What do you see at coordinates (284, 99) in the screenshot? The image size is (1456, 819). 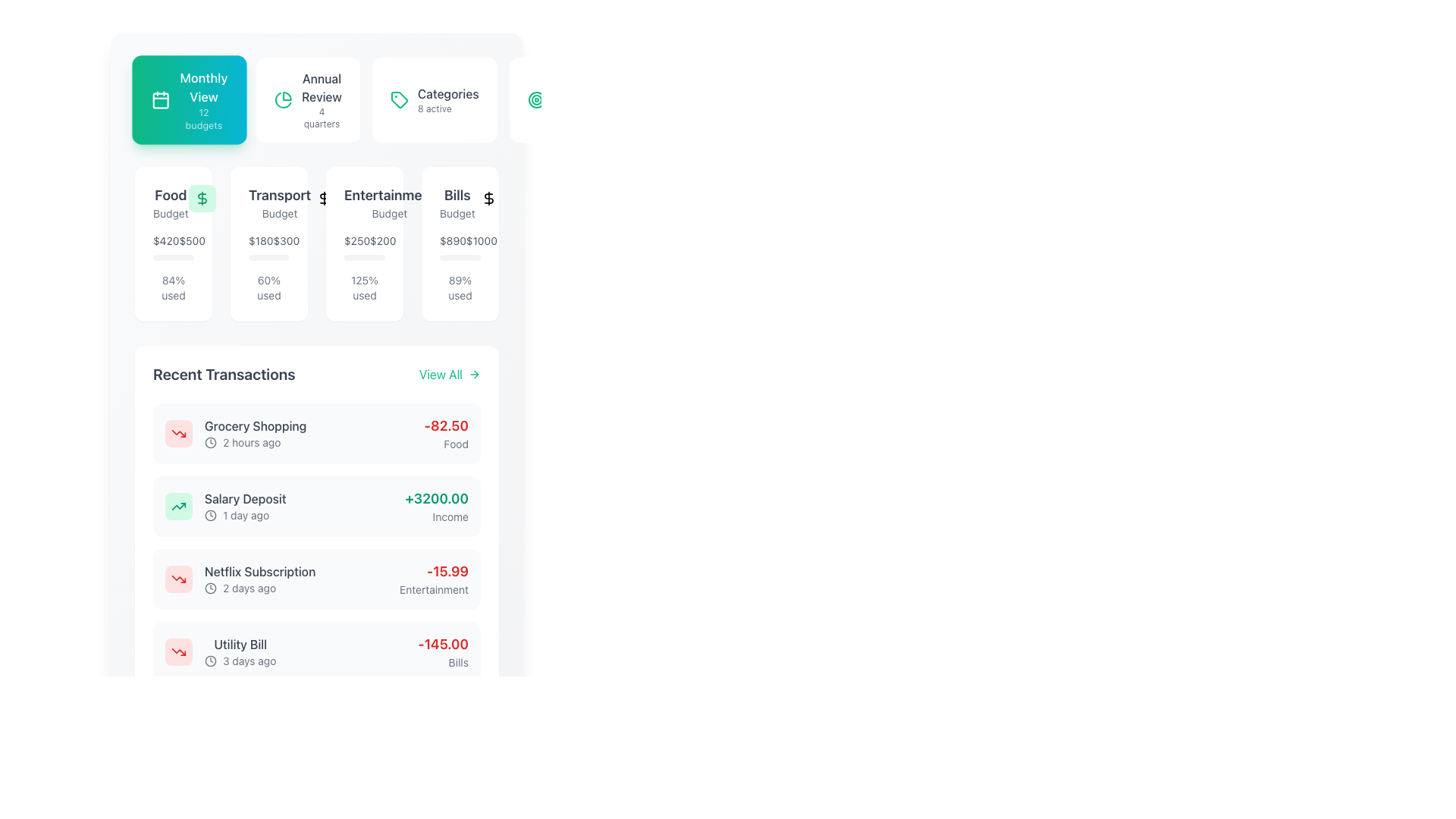 I see `the small, circular green pie chart icon located within the 'Annual Review' card` at bounding box center [284, 99].